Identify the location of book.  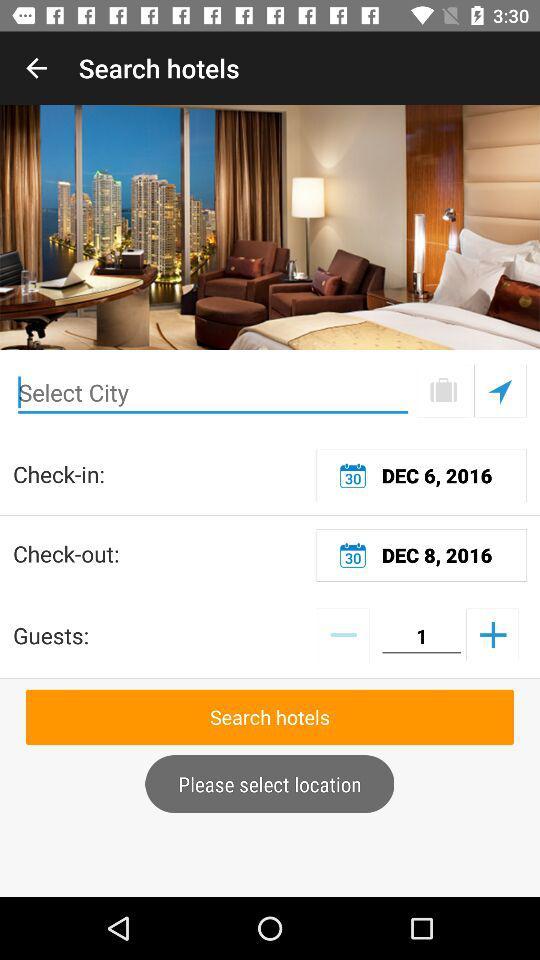
(443, 390).